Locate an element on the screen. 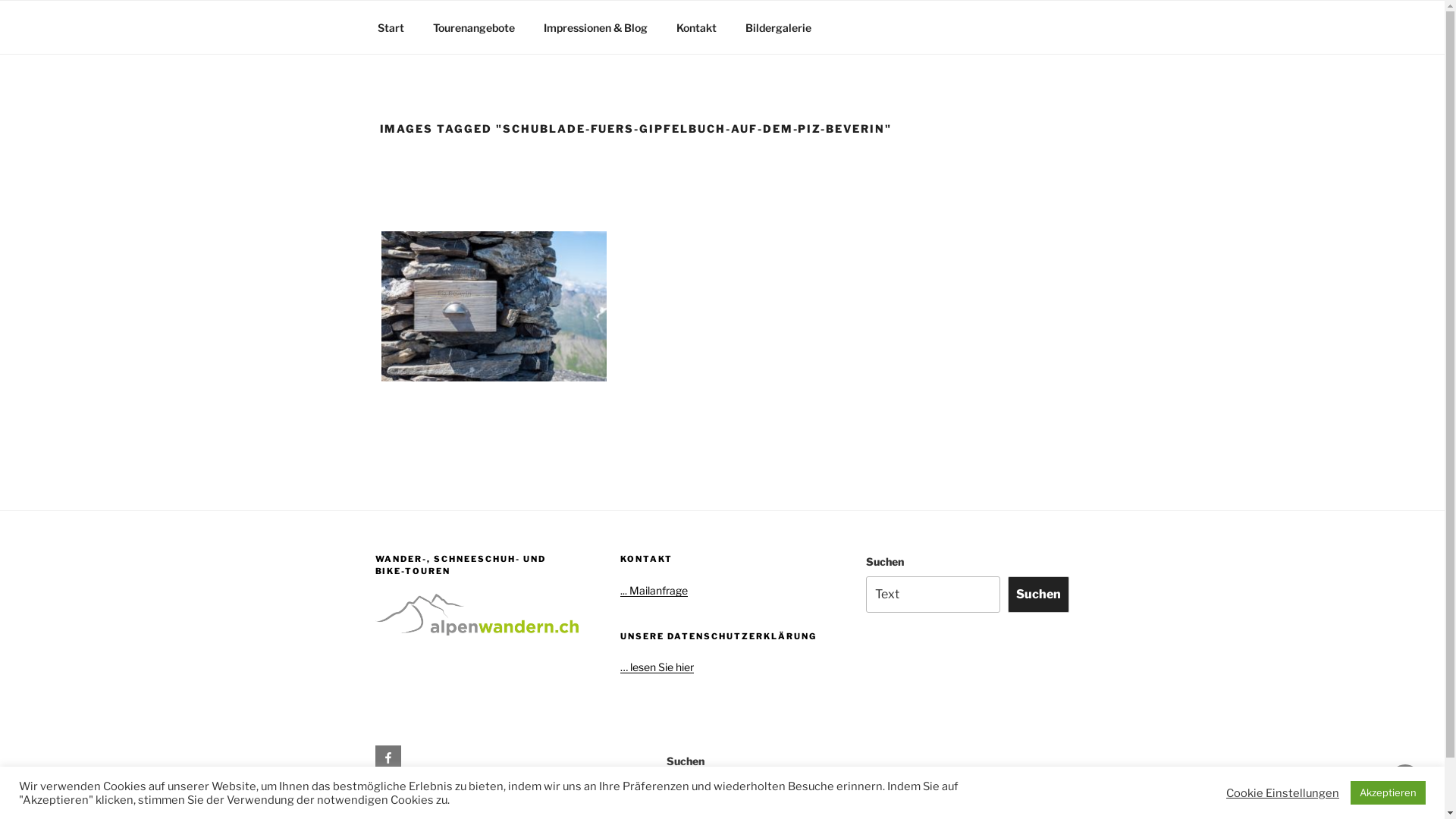 This screenshot has height=819, width=1456. 'Start' is located at coordinates (390, 27).